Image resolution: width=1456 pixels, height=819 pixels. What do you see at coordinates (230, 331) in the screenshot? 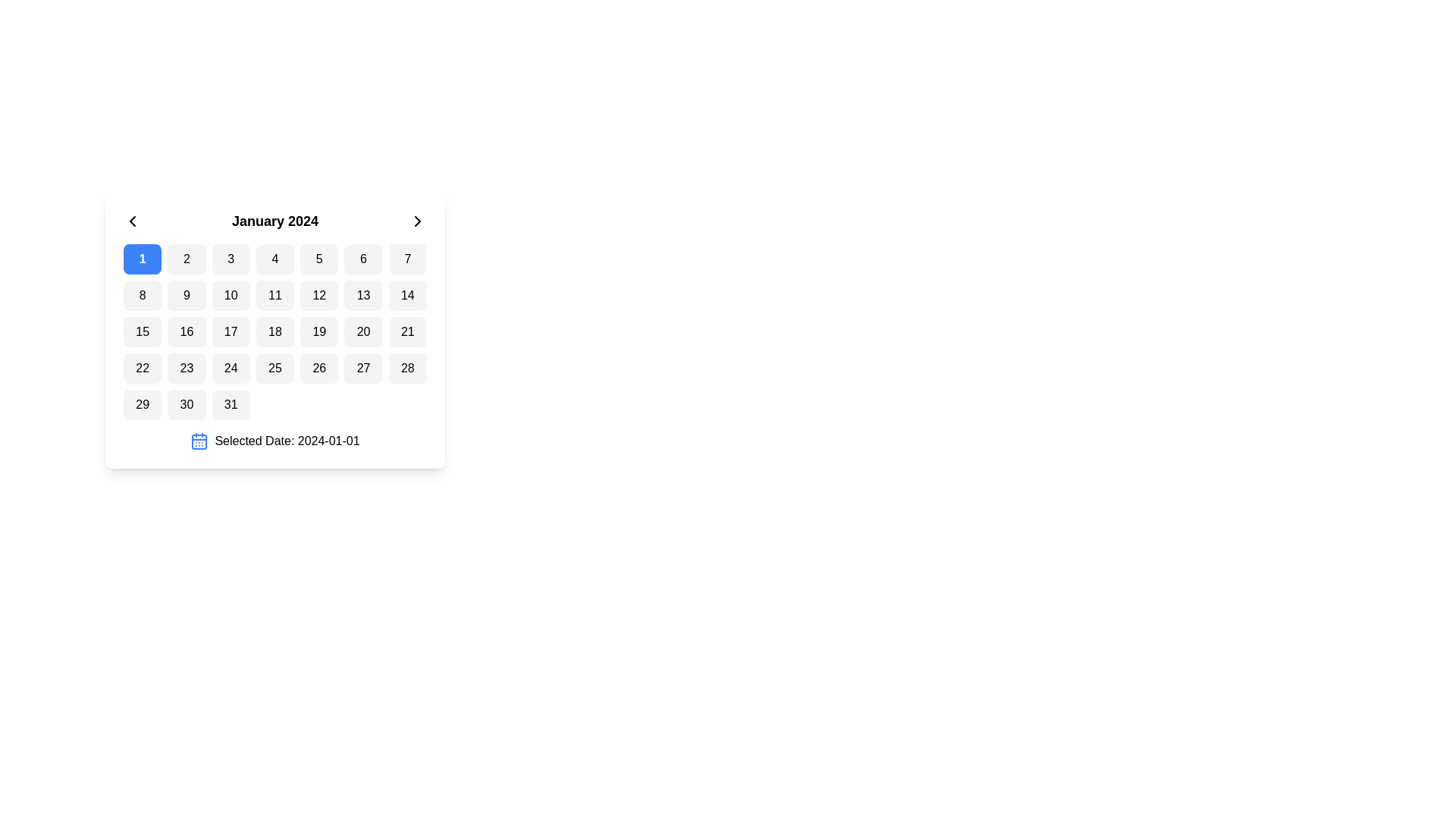
I see `the button displaying the number '17' in a rounded rectangular box with a light gray background` at bounding box center [230, 331].